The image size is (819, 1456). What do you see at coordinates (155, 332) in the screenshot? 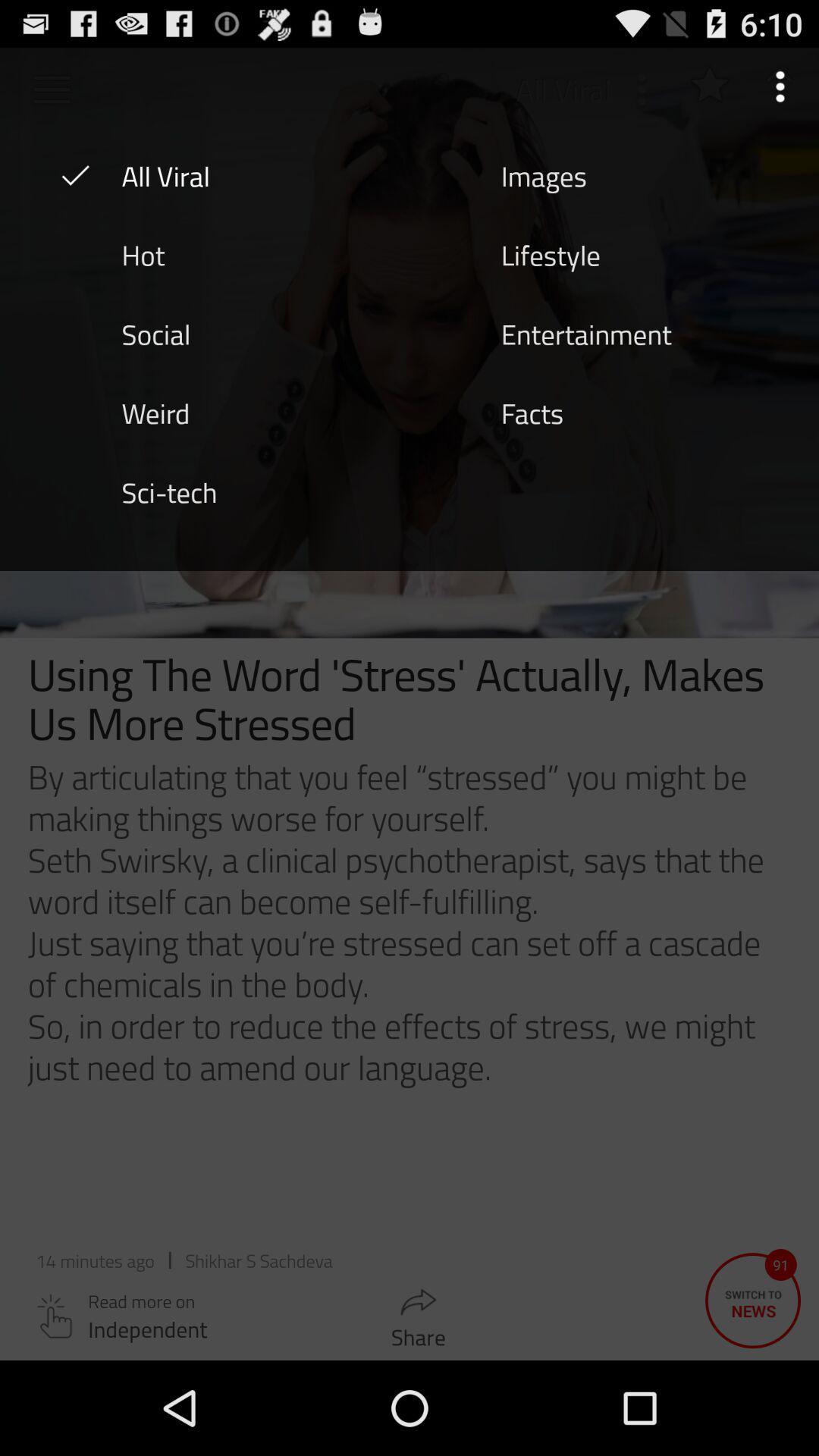
I see `the social icon` at bounding box center [155, 332].